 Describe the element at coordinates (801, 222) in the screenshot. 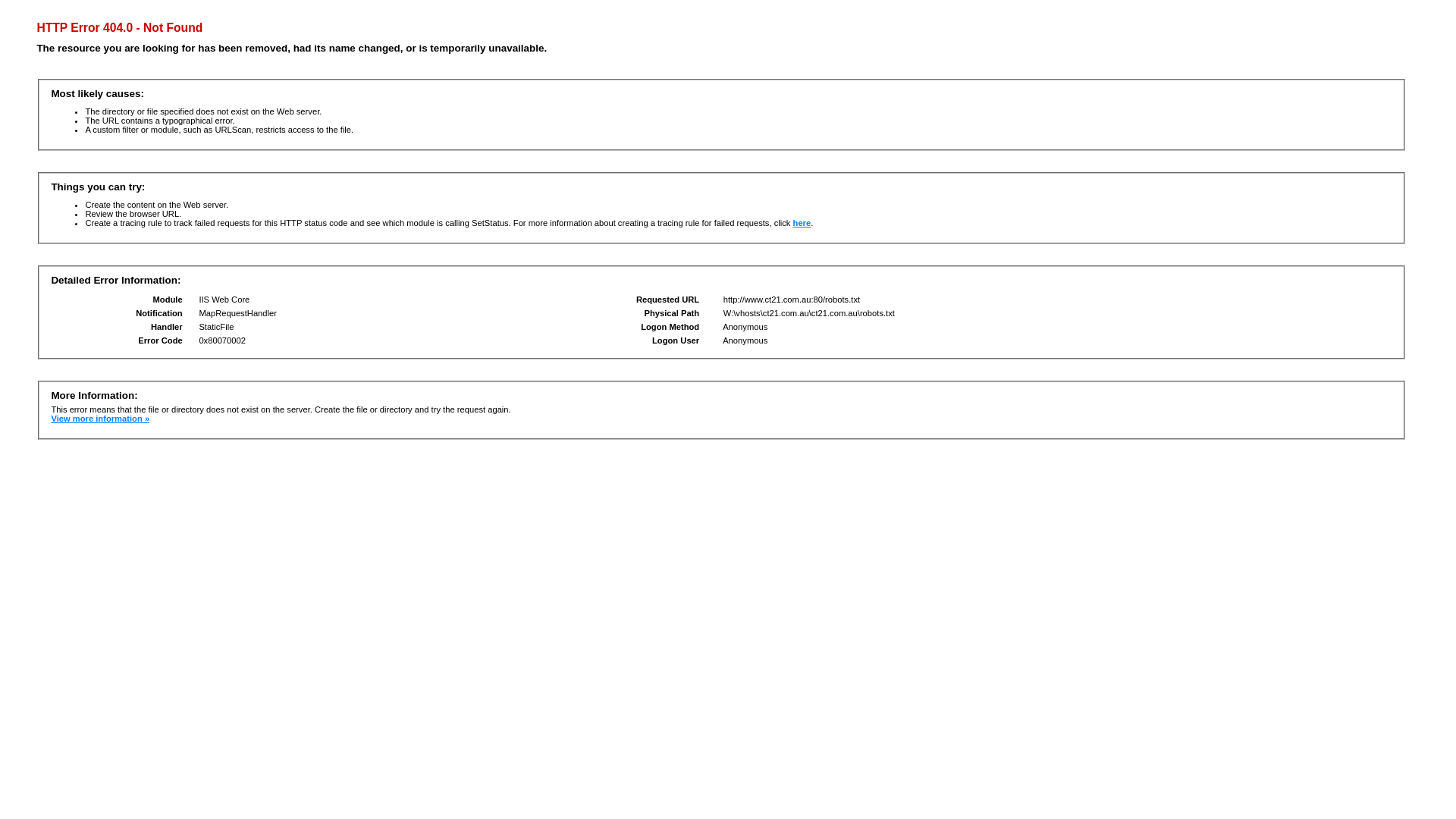

I see `'here'` at that location.